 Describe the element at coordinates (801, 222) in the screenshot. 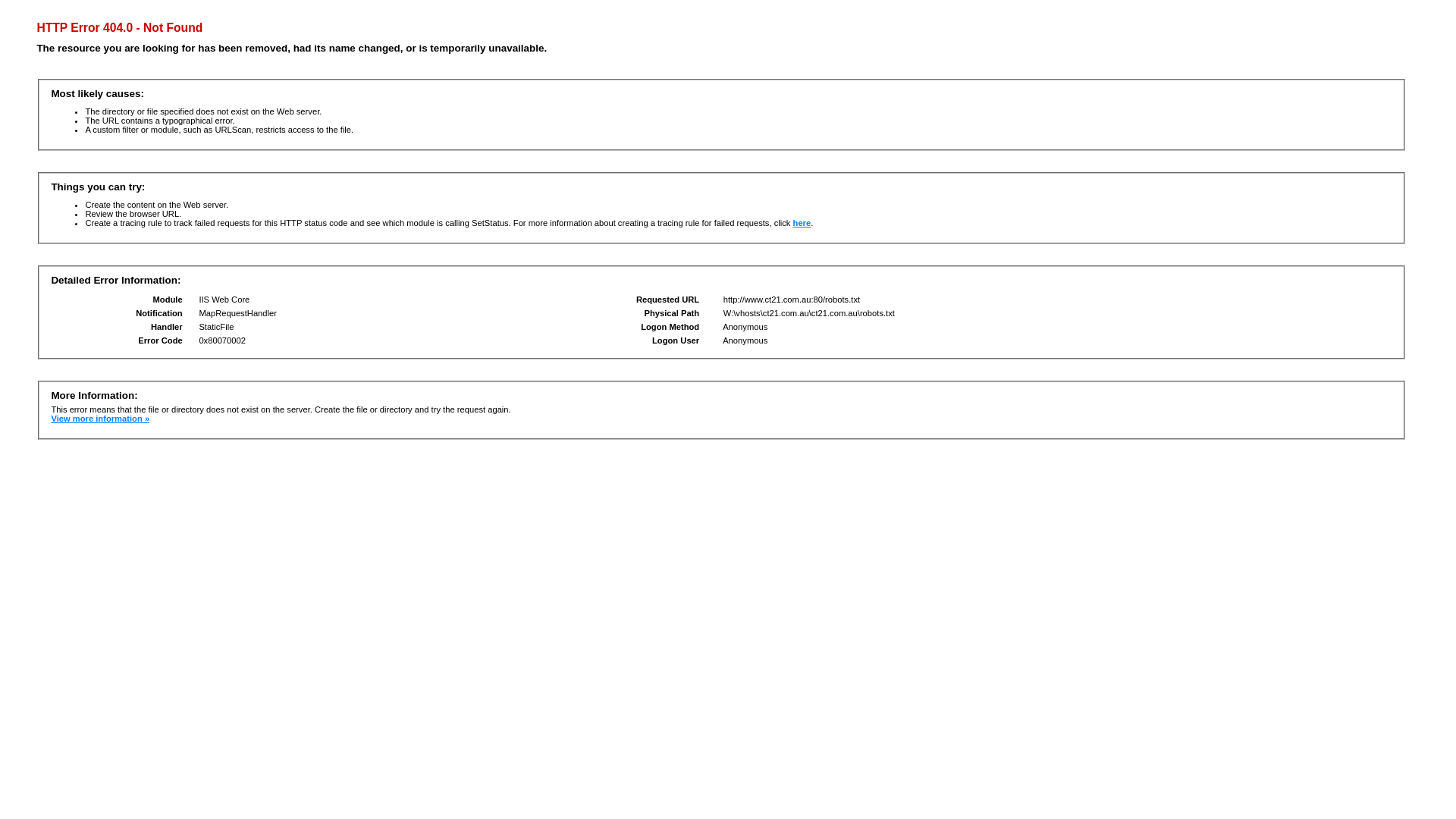

I see `'here'` at that location.